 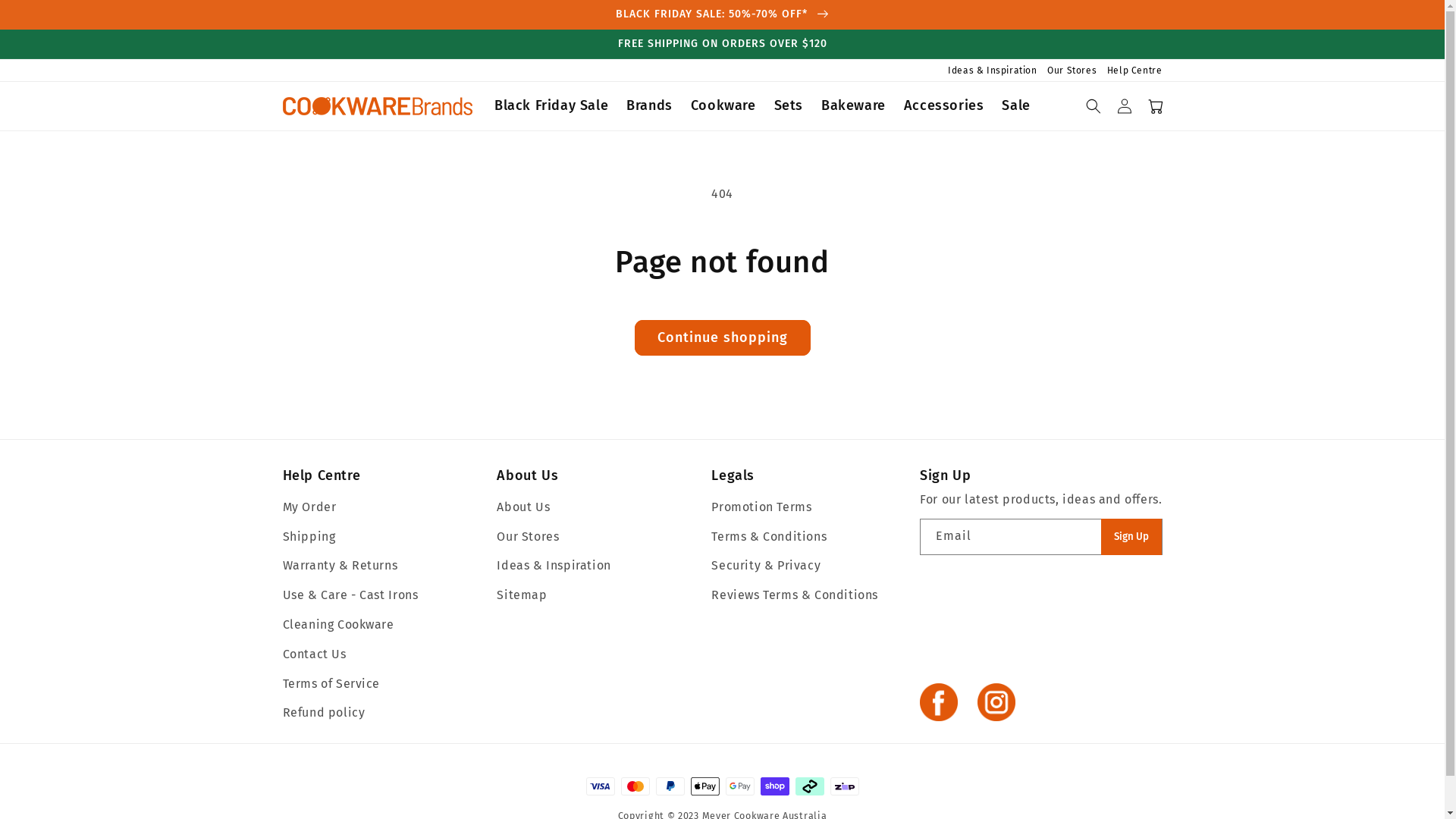 What do you see at coordinates (496, 536) in the screenshot?
I see `'Our Stores'` at bounding box center [496, 536].